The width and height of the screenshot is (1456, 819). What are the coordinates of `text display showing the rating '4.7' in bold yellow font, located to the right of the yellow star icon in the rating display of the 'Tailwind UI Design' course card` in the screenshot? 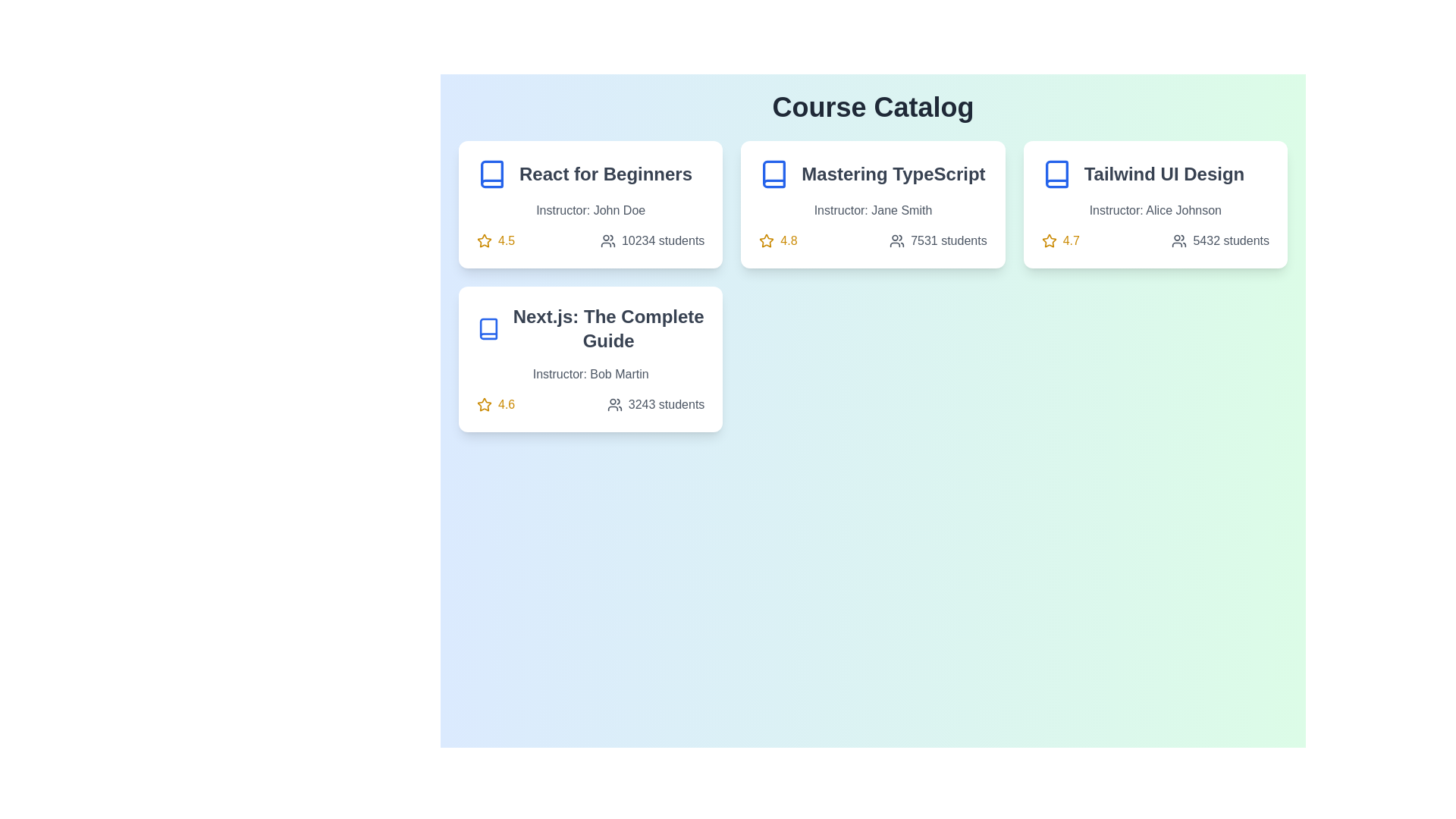 It's located at (1070, 240).